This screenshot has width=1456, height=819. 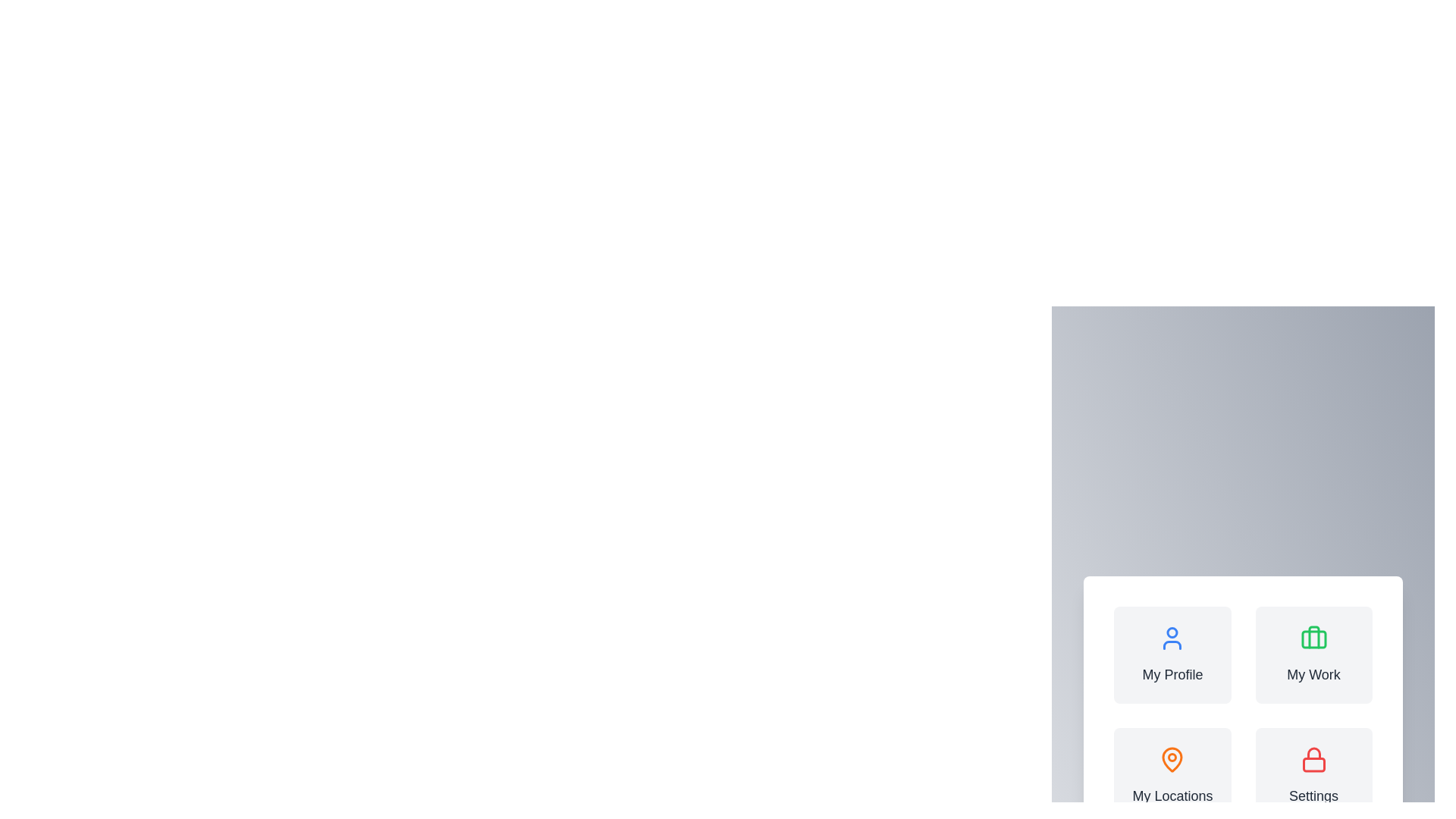 What do you see at coordinates (1172, 674) in the screenshot?
I see `the text label displaying 'My Profile', which is styled in gray and located below a user icon` at bounding box center [1172, 674].